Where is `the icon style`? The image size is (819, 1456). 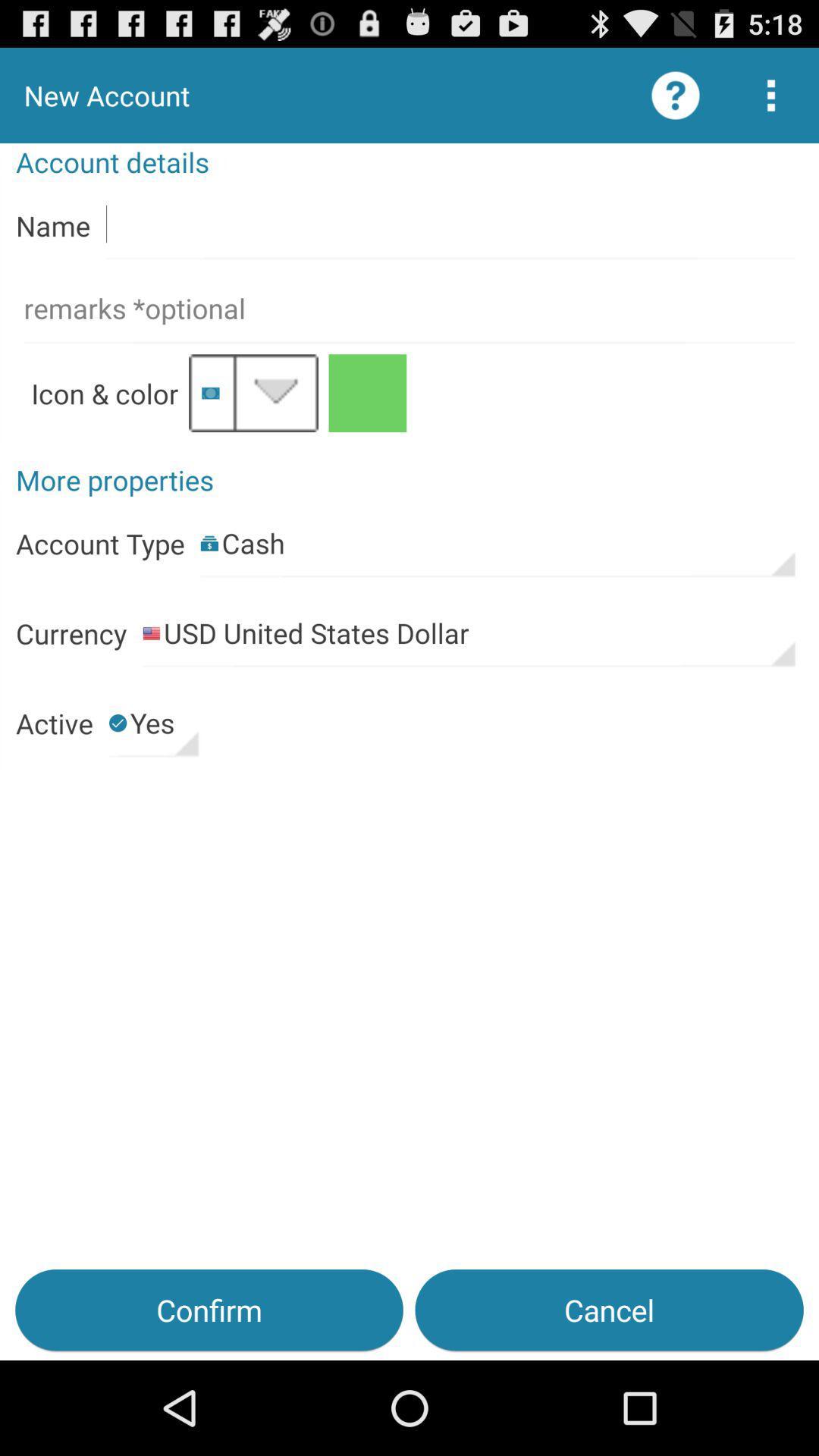
the icon style is located at coordinates (253, 393).